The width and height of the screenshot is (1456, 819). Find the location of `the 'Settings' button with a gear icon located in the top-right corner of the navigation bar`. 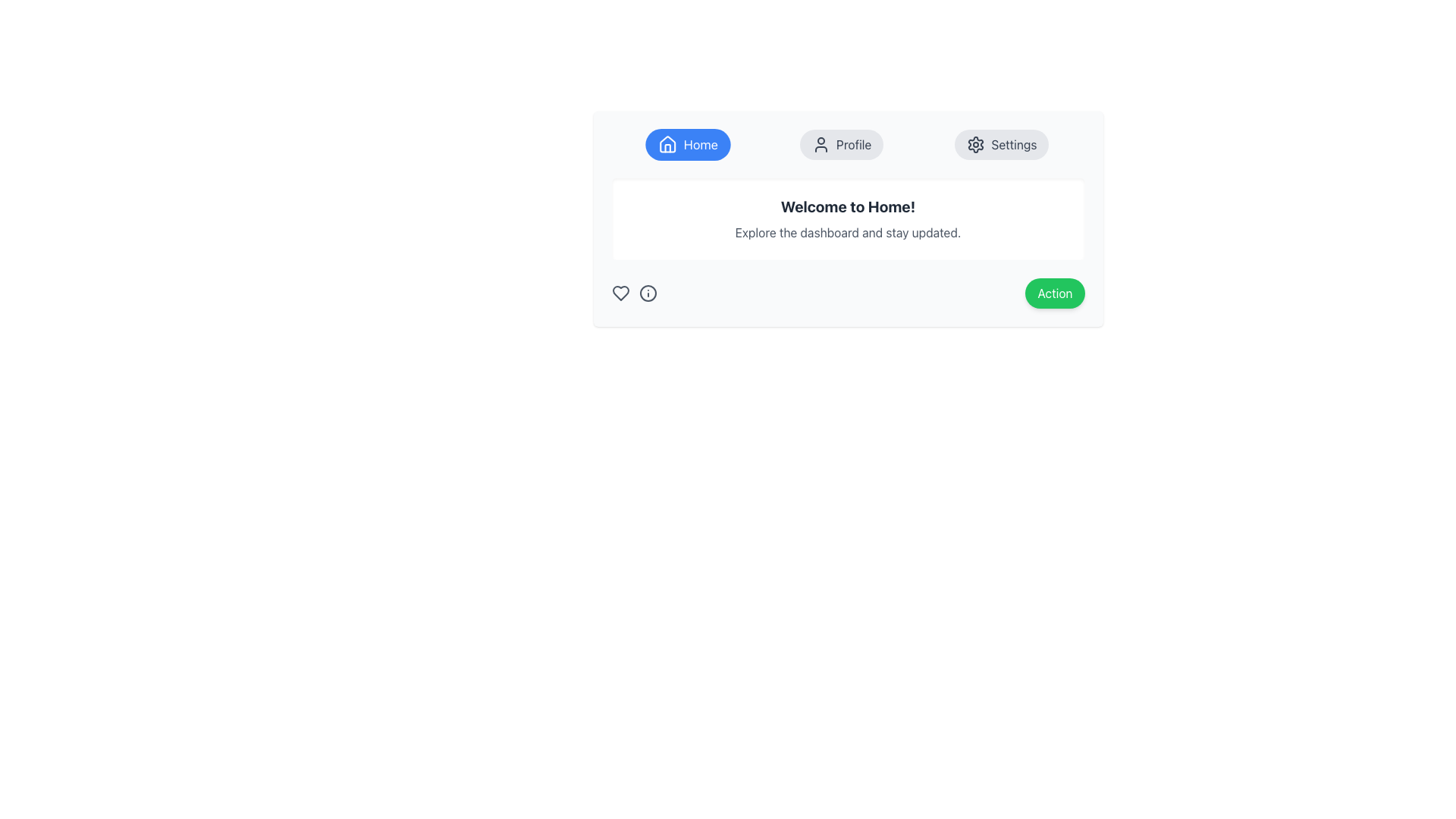

the 'Settings' button with a gear icon located in the top-right corner of the navigation bar is located at coordinates (1002, 145).